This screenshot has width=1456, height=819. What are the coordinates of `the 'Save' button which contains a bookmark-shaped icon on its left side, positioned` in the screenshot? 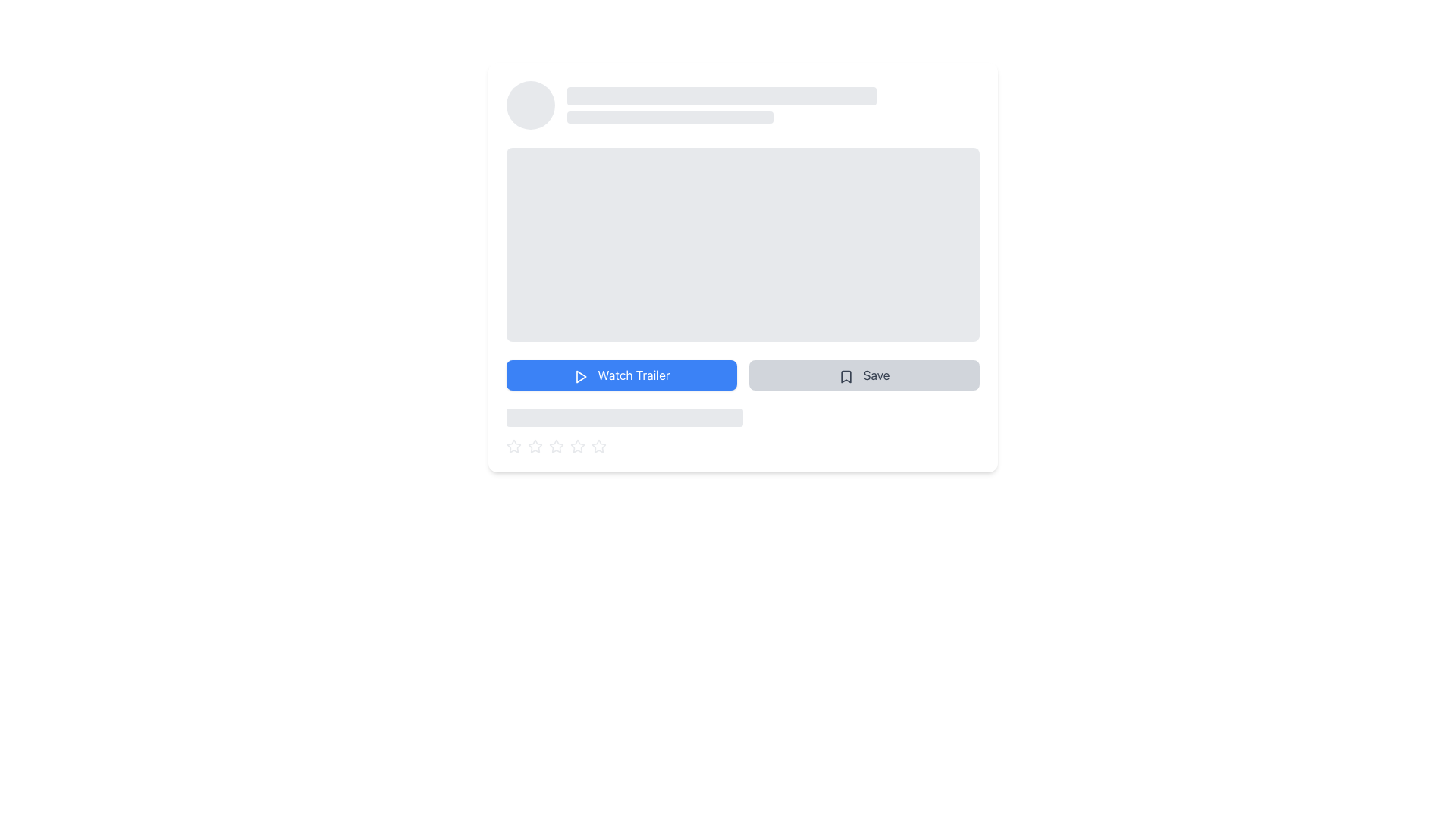 It's located at (846, 375).